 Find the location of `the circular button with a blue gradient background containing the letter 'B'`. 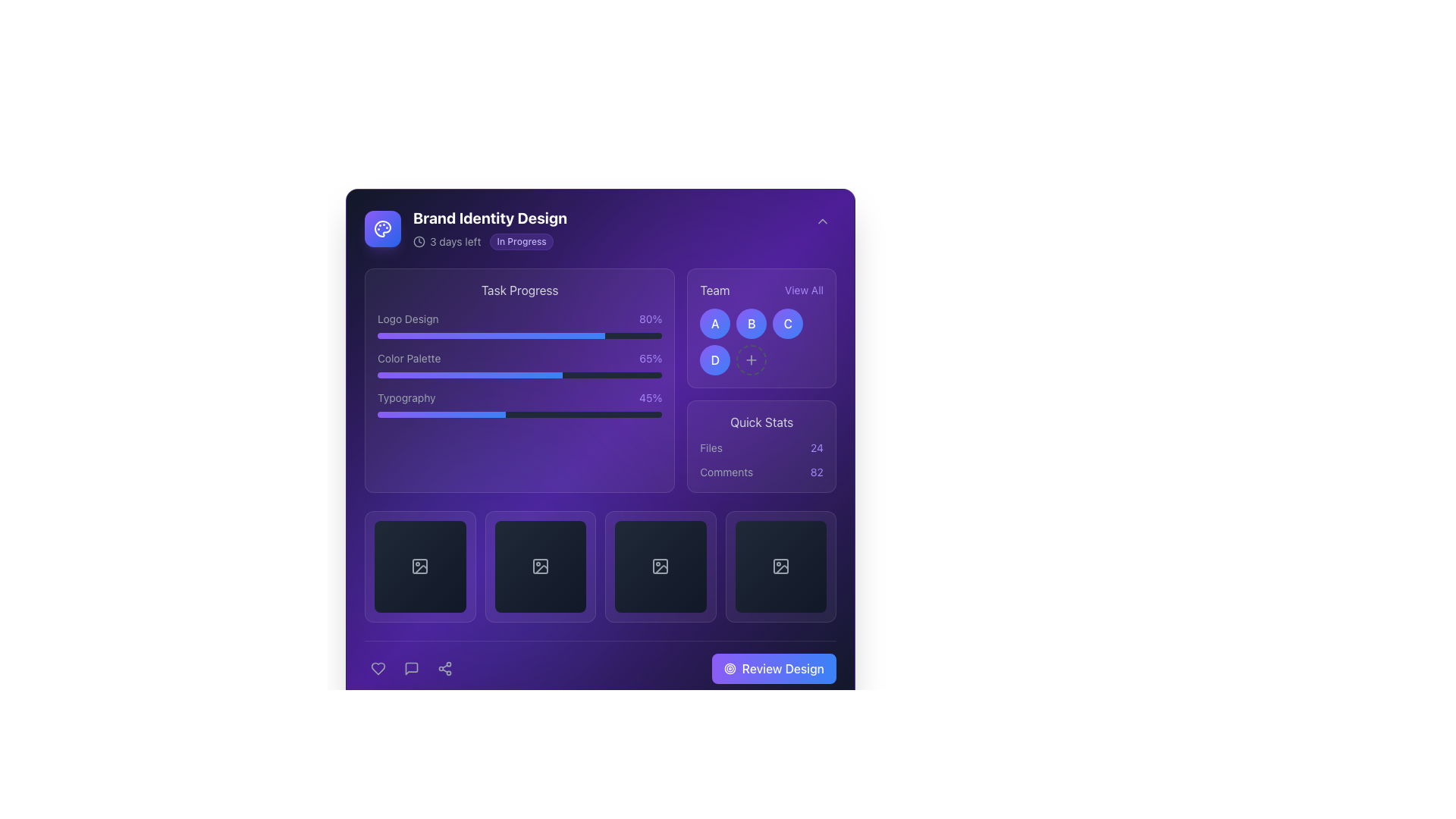

the circular button with a blue gradient background containing the letter 'B' is located at coordinates (761, 327).